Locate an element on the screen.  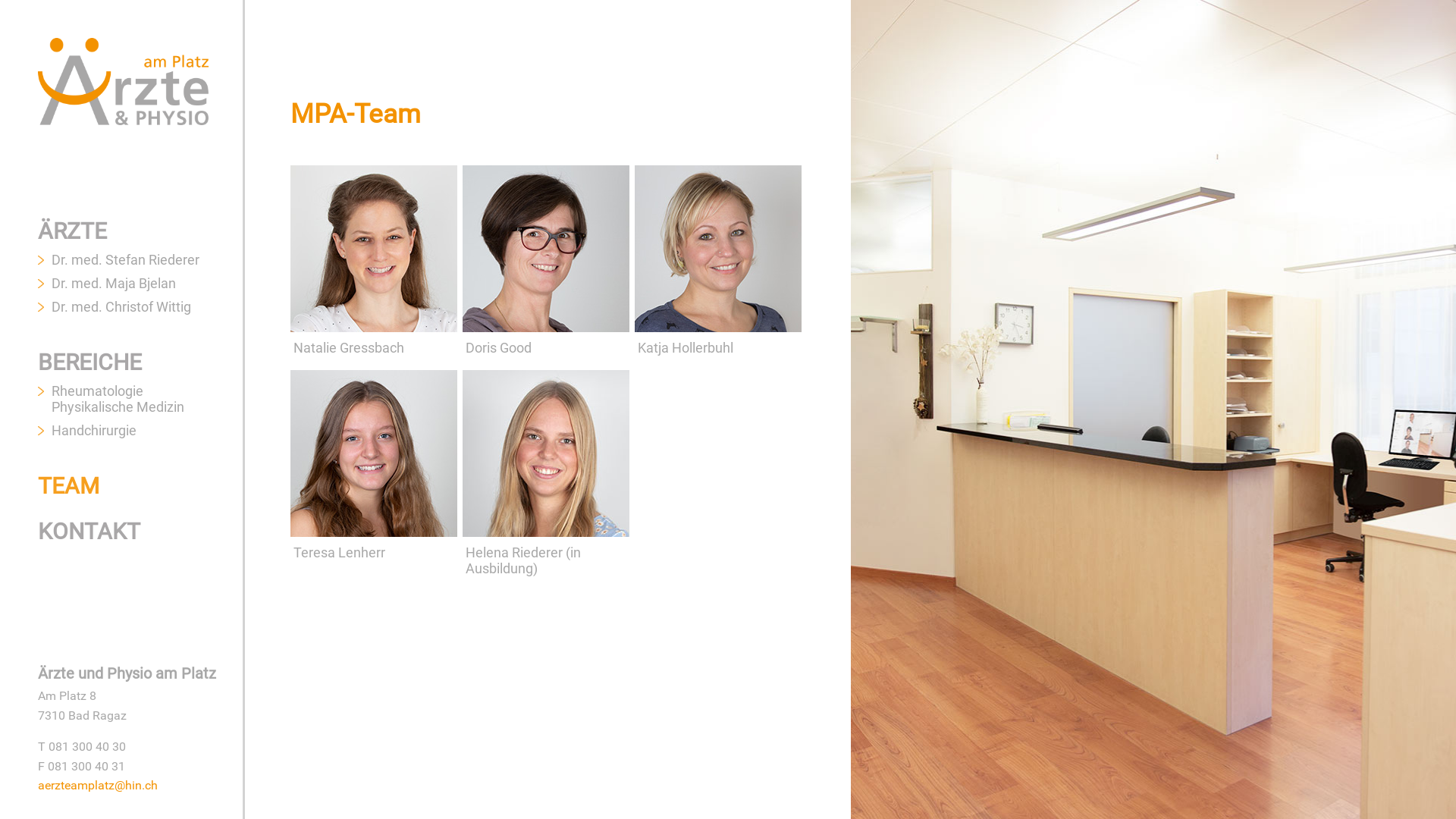
'Rheumatologie is located at coordinates (117, 397).